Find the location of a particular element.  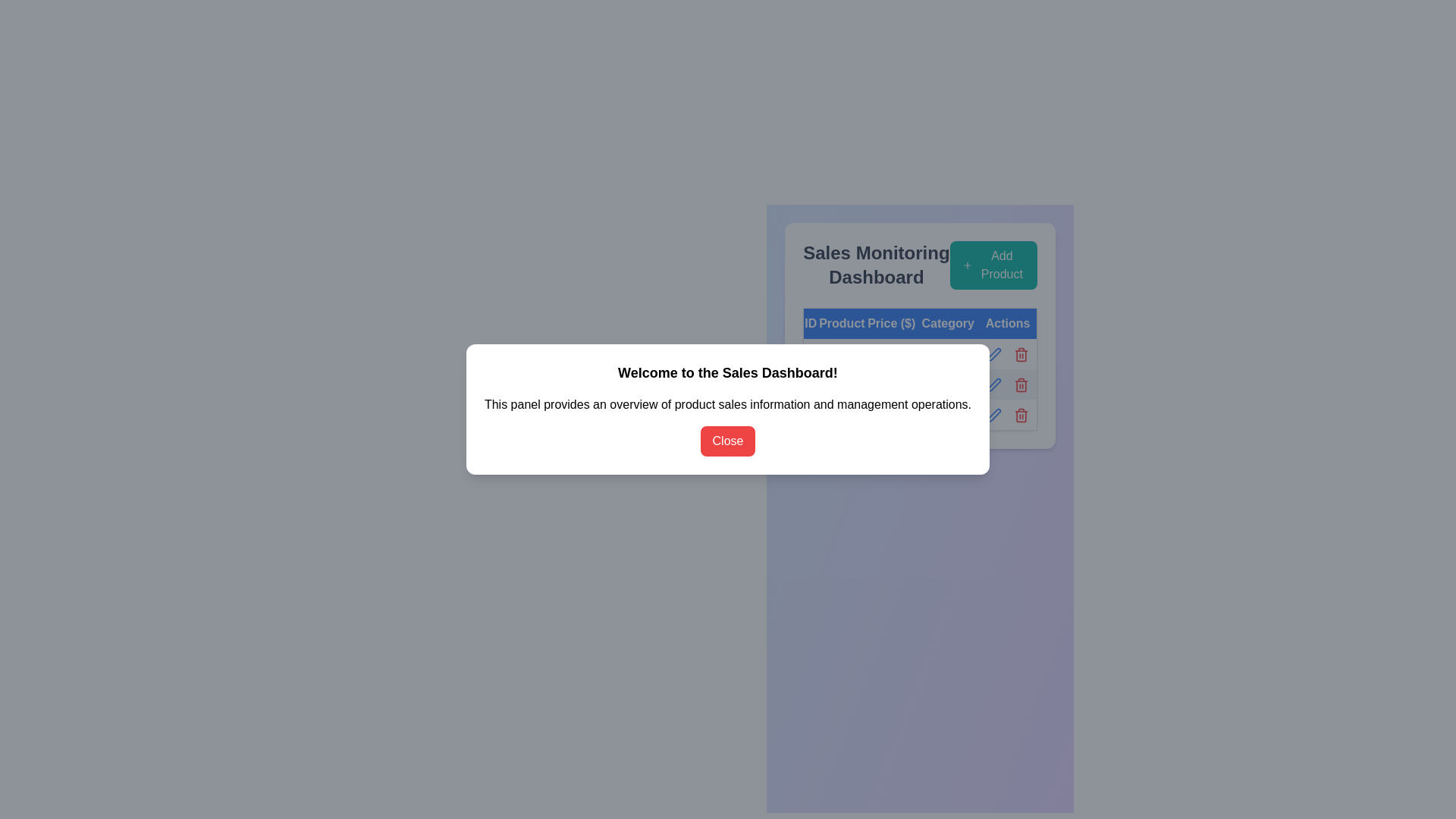

the blue pen-shaped icon located in the 'Actions' column of the data table is located at coordinates (994, 415).